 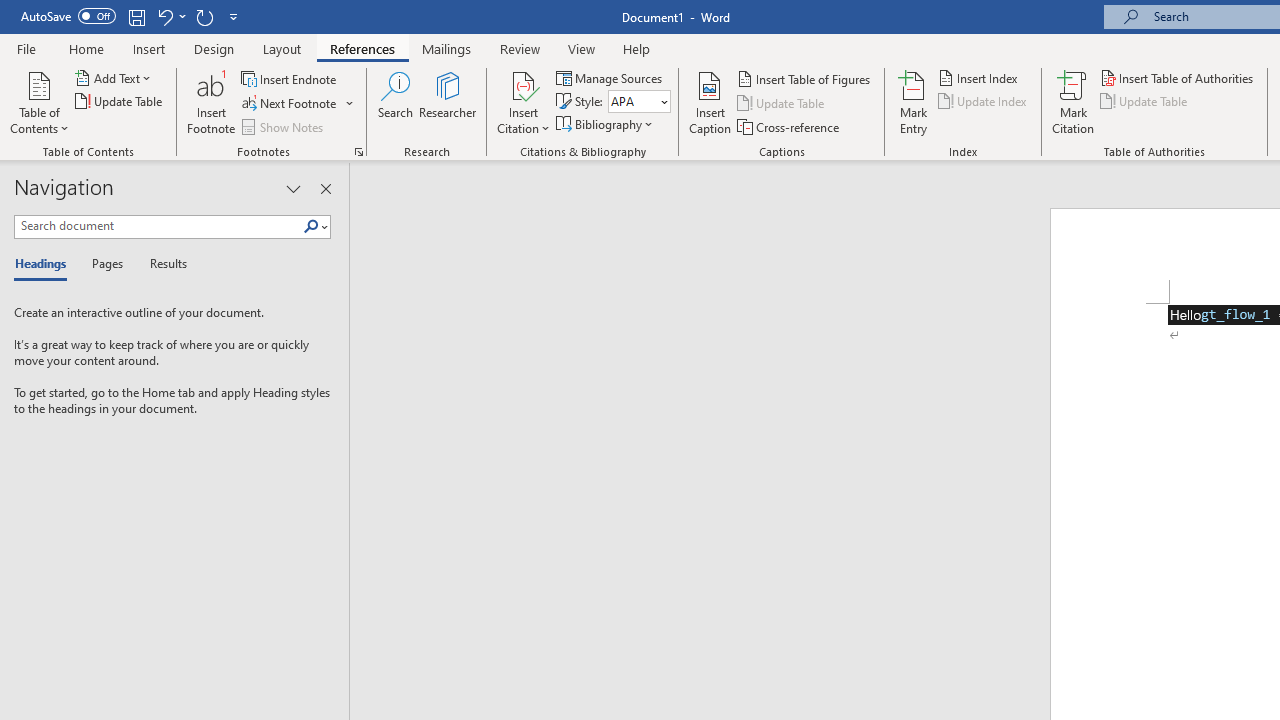 What do you see at coordinates (805, 78) in the screenshot?
I see `'Insert Table of Figures...'` at bounding box center [805, 78].